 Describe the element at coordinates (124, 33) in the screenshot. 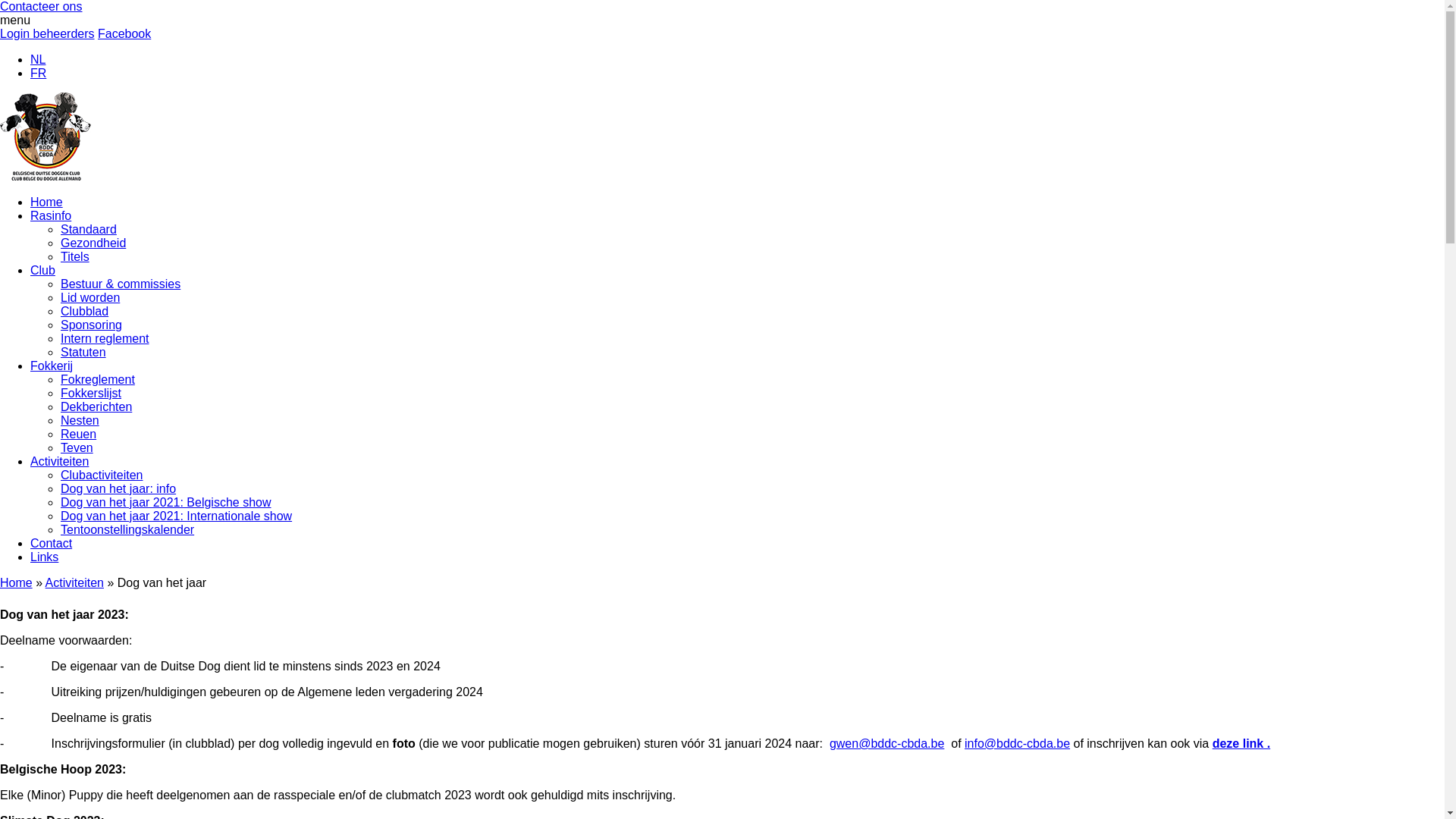

I see `'Facebook'` at that location.